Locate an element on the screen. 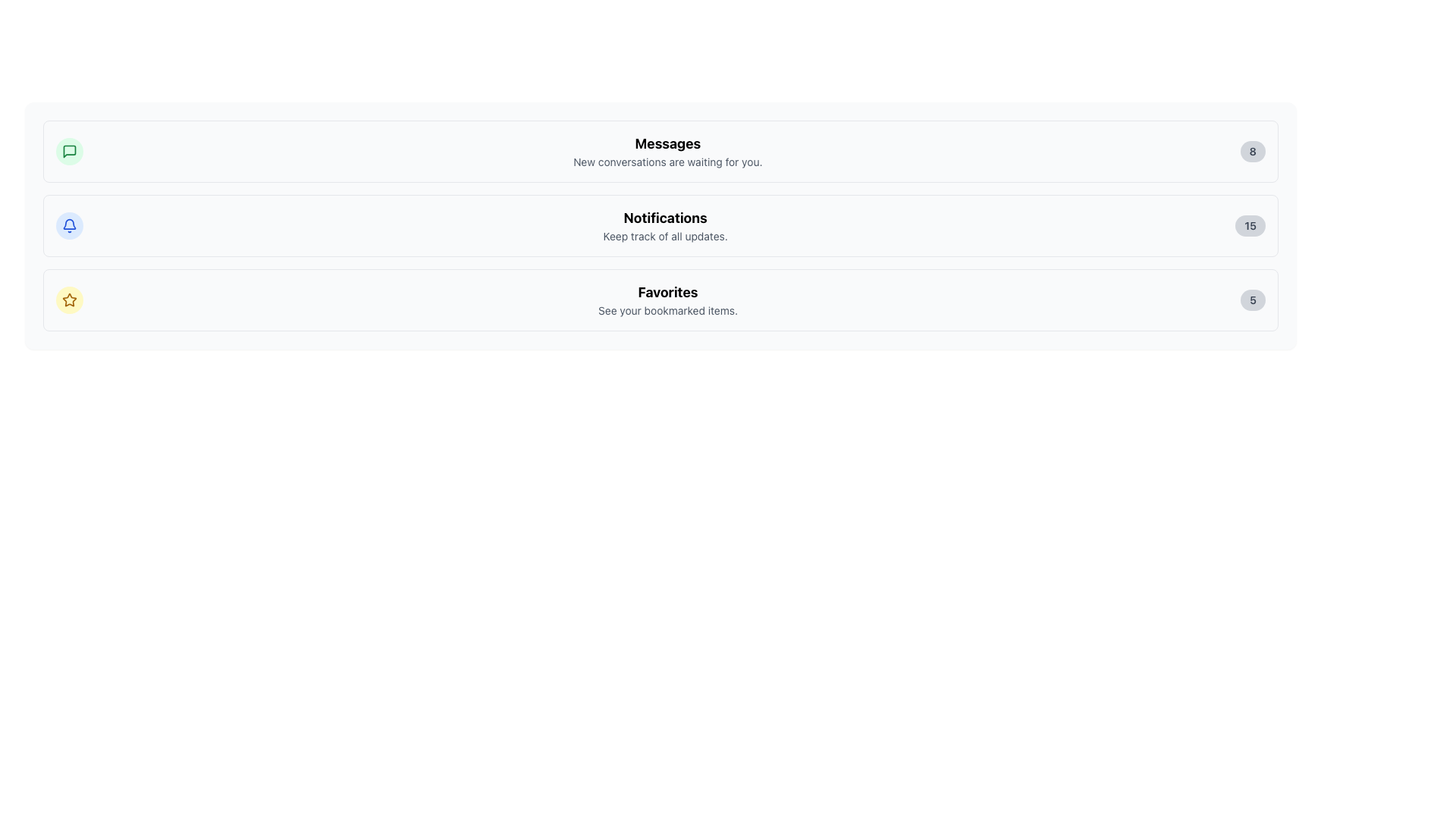 The image size is (1456, 819). the 'Notifications' text label element, which is prominently displayed in bold and large font with black text on a white background, located centrally below 'Messages' and above 'Favorites' is located at coordinates (665, 218).